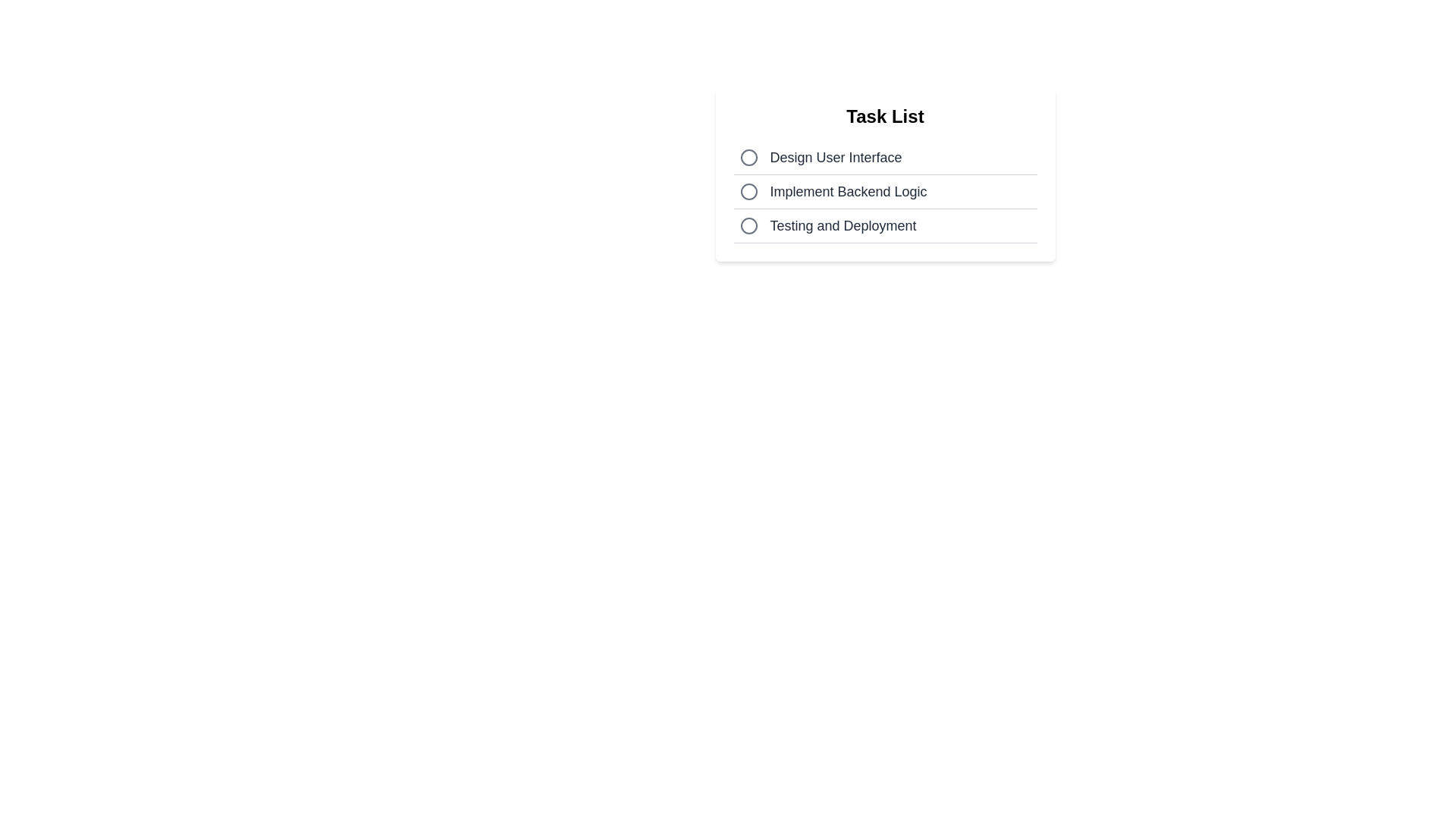 Image resolution: width=1456 pixels, height=819 pixels. Describe the element at coordinates (885, 158) in the screenshot. I see `the circular marker of the first task in the task list` at that location.